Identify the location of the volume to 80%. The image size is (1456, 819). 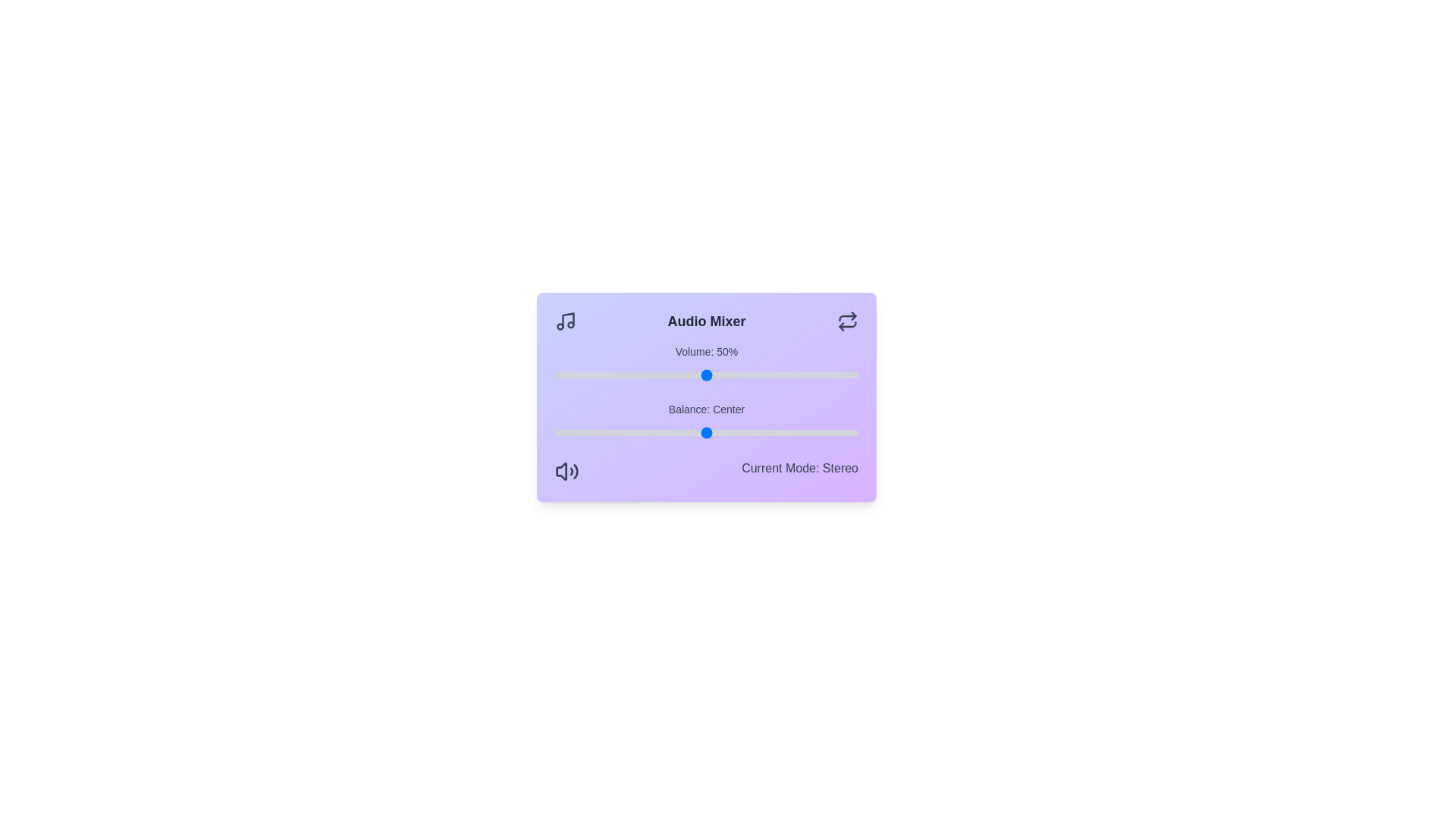
(796, 375).